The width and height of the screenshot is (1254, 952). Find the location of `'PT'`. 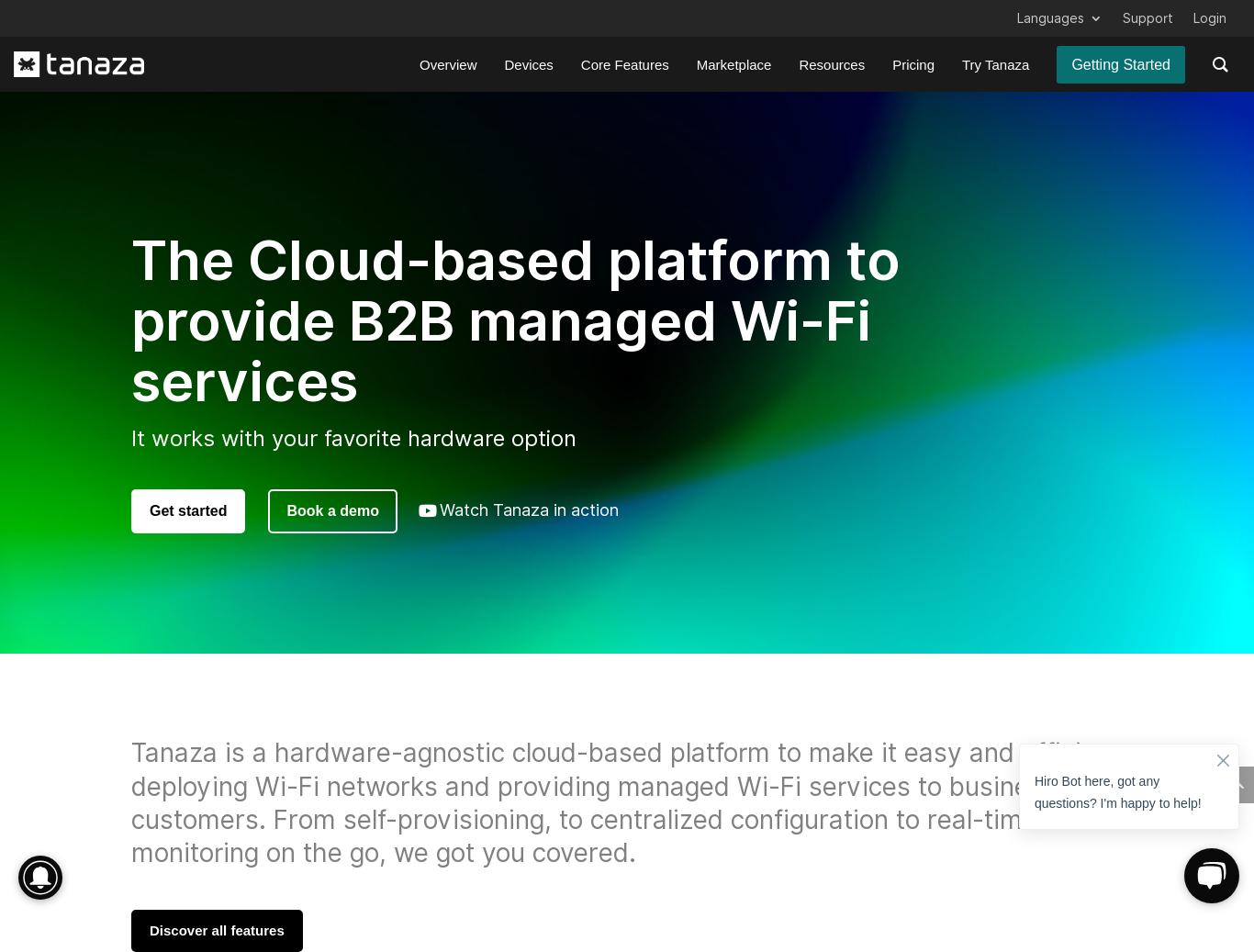

'PT' is located at coordinates (1052, 216).